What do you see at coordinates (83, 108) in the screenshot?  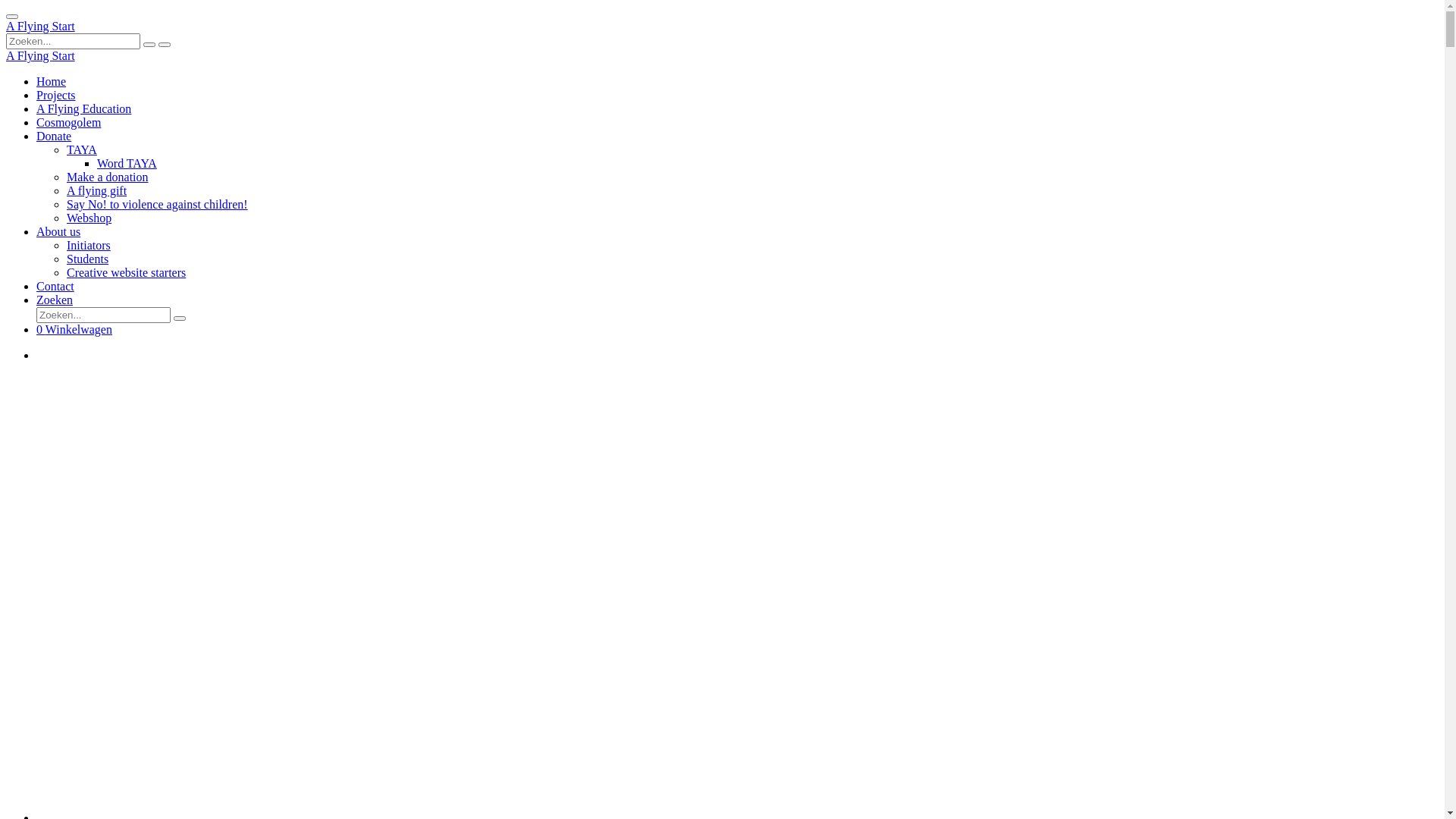 I see `'A Flying Education'` at bounding box center [83, 108].